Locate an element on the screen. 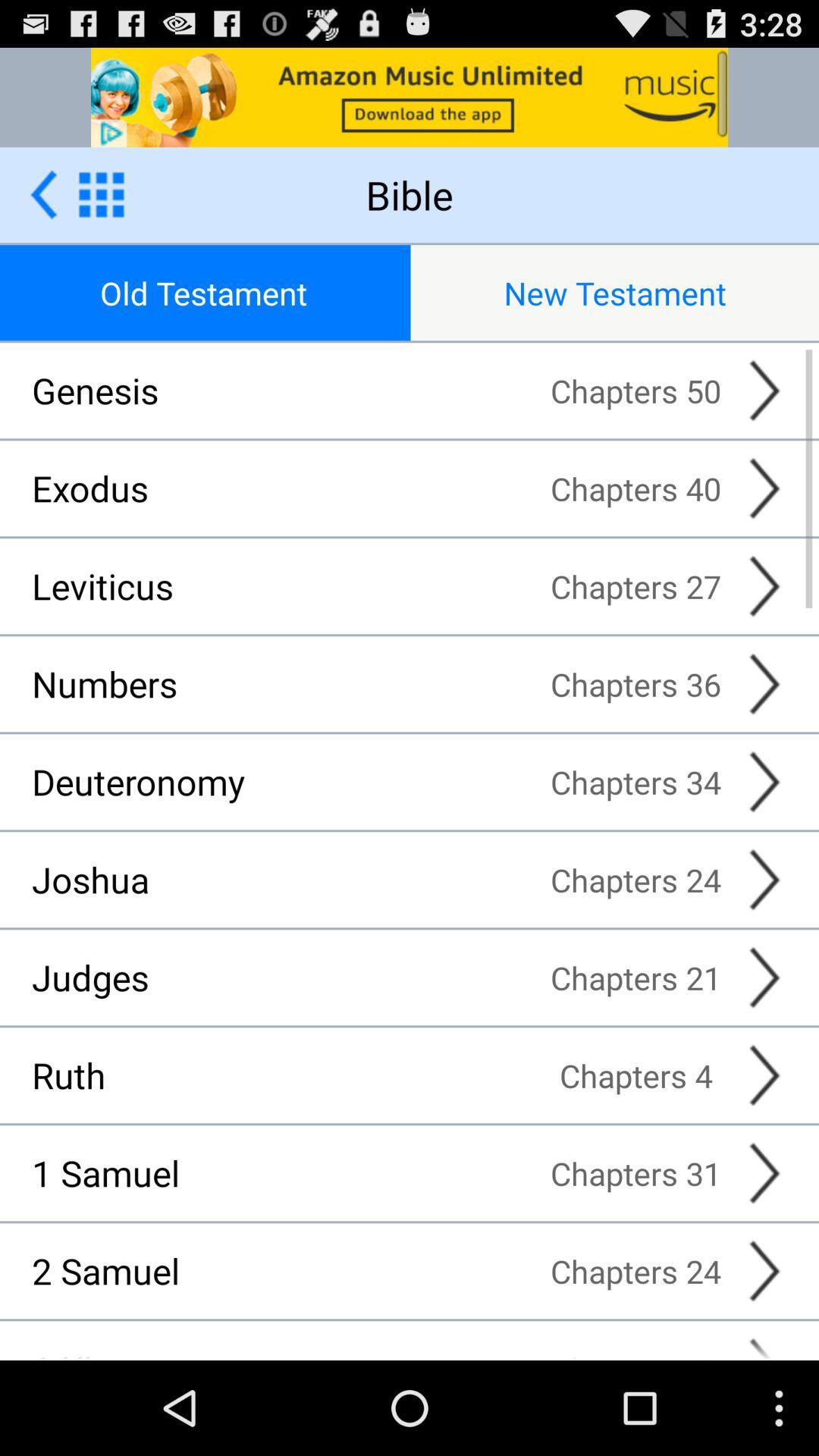 The image size is (819, 1456). the dialpad icon is located at coordinates (101, 207).